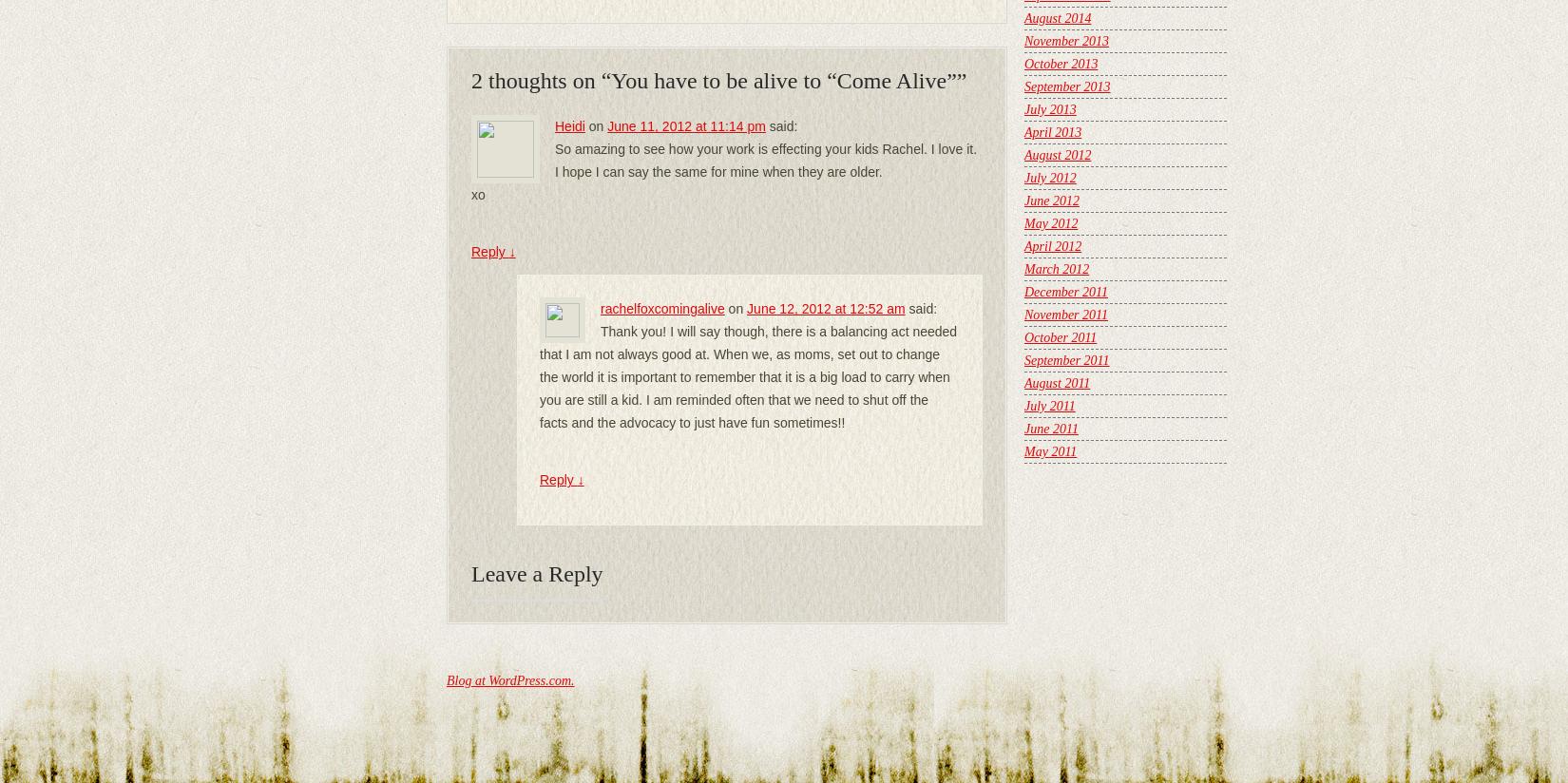 This screenshot has width=1568, height=783. Describe the element at coordinates (1061, 64) in the screenshot. I see `'October 2013'` at that location.